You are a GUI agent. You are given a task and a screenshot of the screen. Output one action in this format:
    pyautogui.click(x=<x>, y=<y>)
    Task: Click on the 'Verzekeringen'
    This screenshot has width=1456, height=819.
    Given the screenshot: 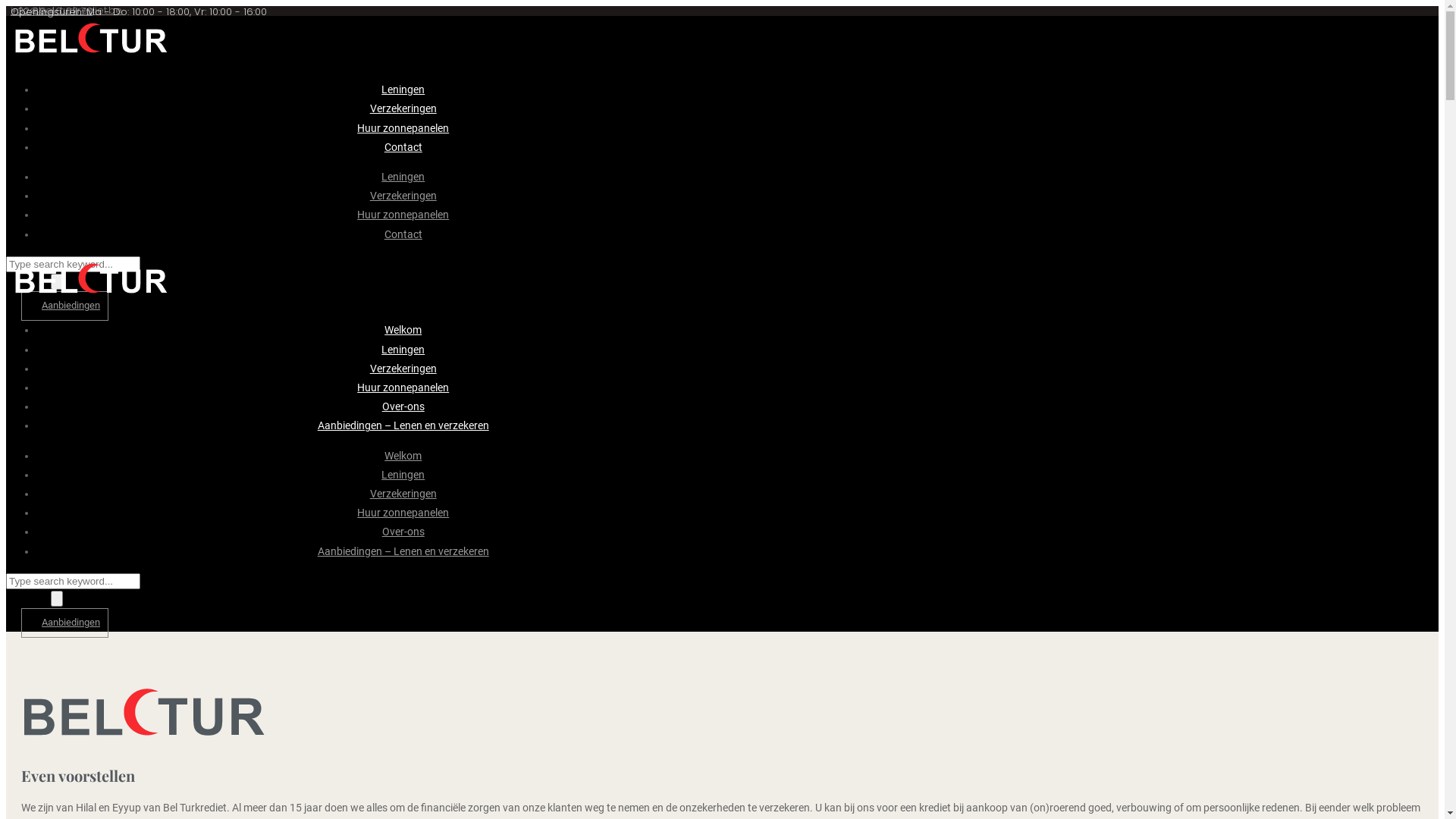 What is the action you would take?
    pyautogui.click(x=403, y=195)
    